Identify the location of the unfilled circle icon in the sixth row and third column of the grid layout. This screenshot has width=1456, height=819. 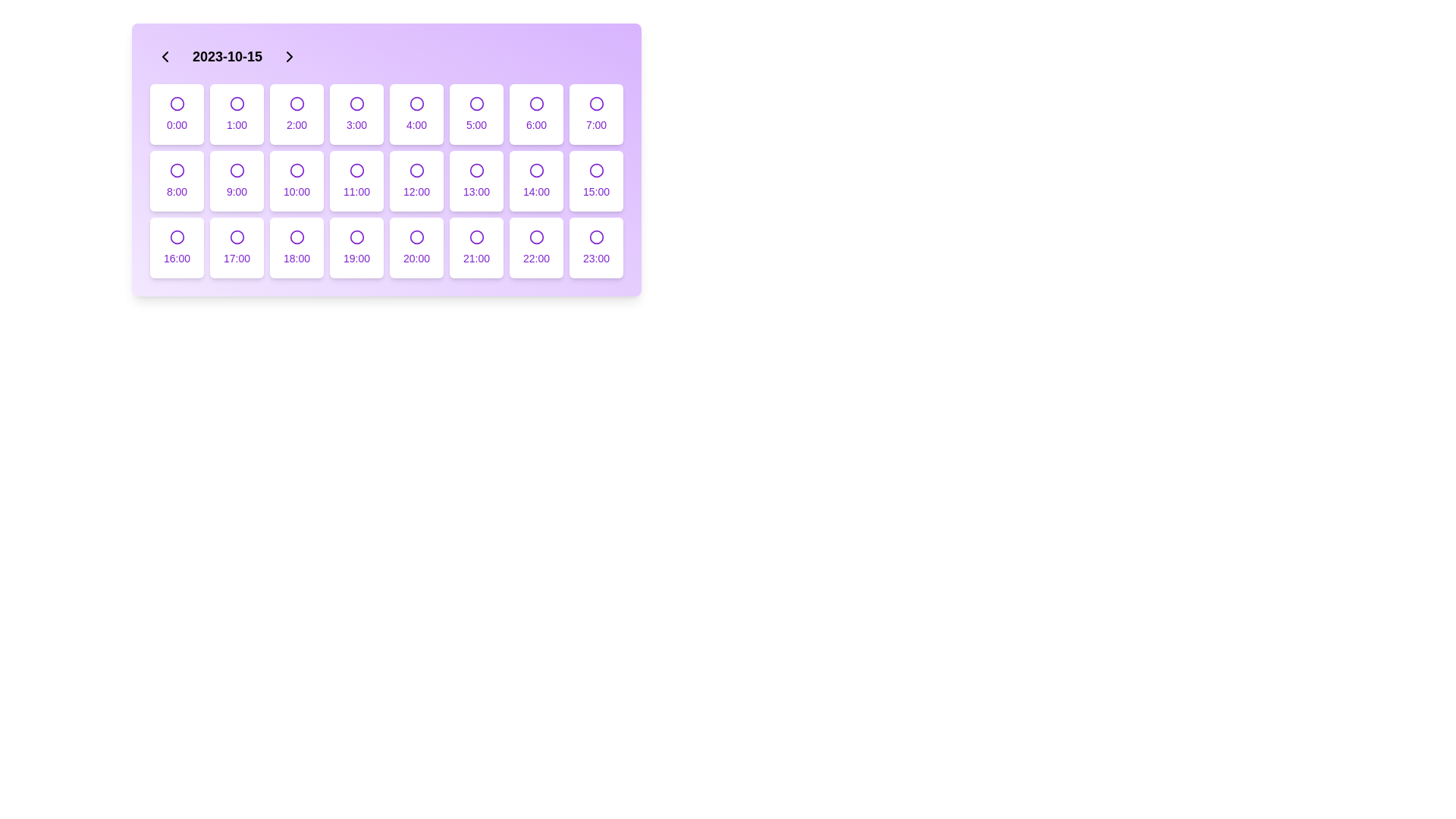
(536, 237).